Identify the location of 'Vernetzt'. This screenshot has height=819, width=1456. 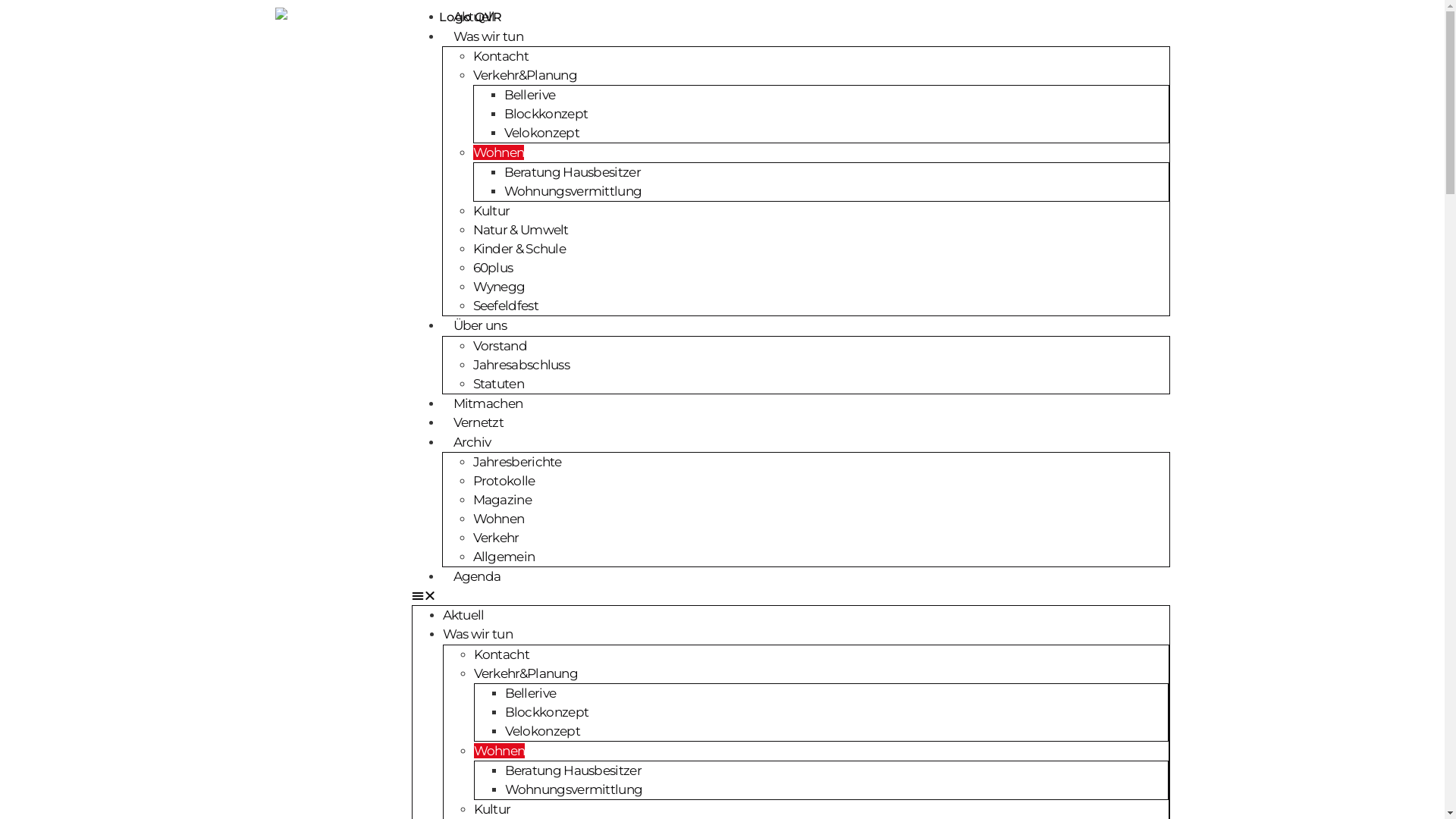
(476, 422).